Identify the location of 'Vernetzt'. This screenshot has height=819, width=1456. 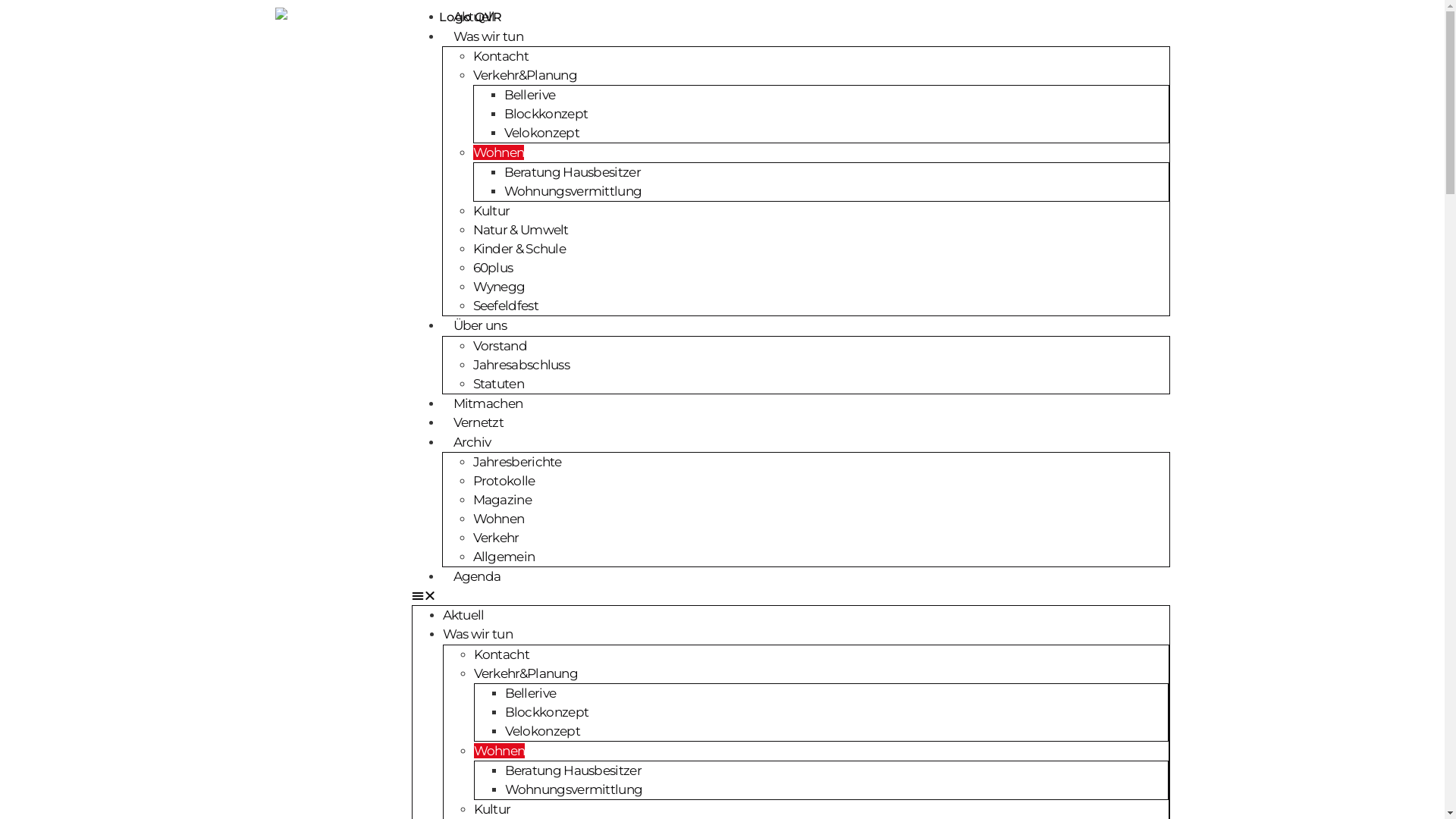
(476, 422).